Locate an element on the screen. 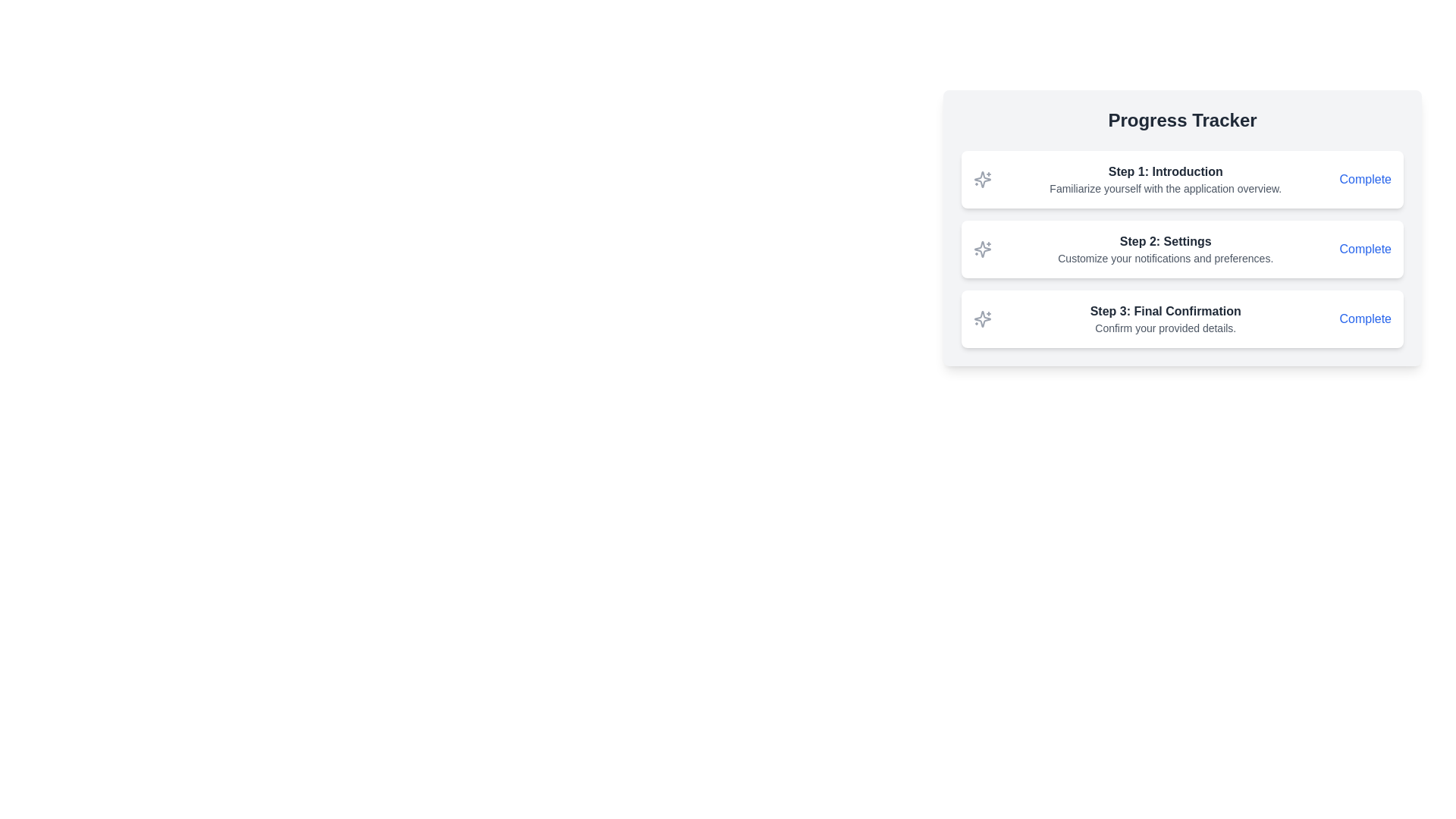 Image resolution: width=1456 pixels, height=819 pixels. the central star-like graphical vector element within the larger sparkles SVG icon associated with 'Step 2: Settings' in the progress tracker is located at coordinates (983, 248).